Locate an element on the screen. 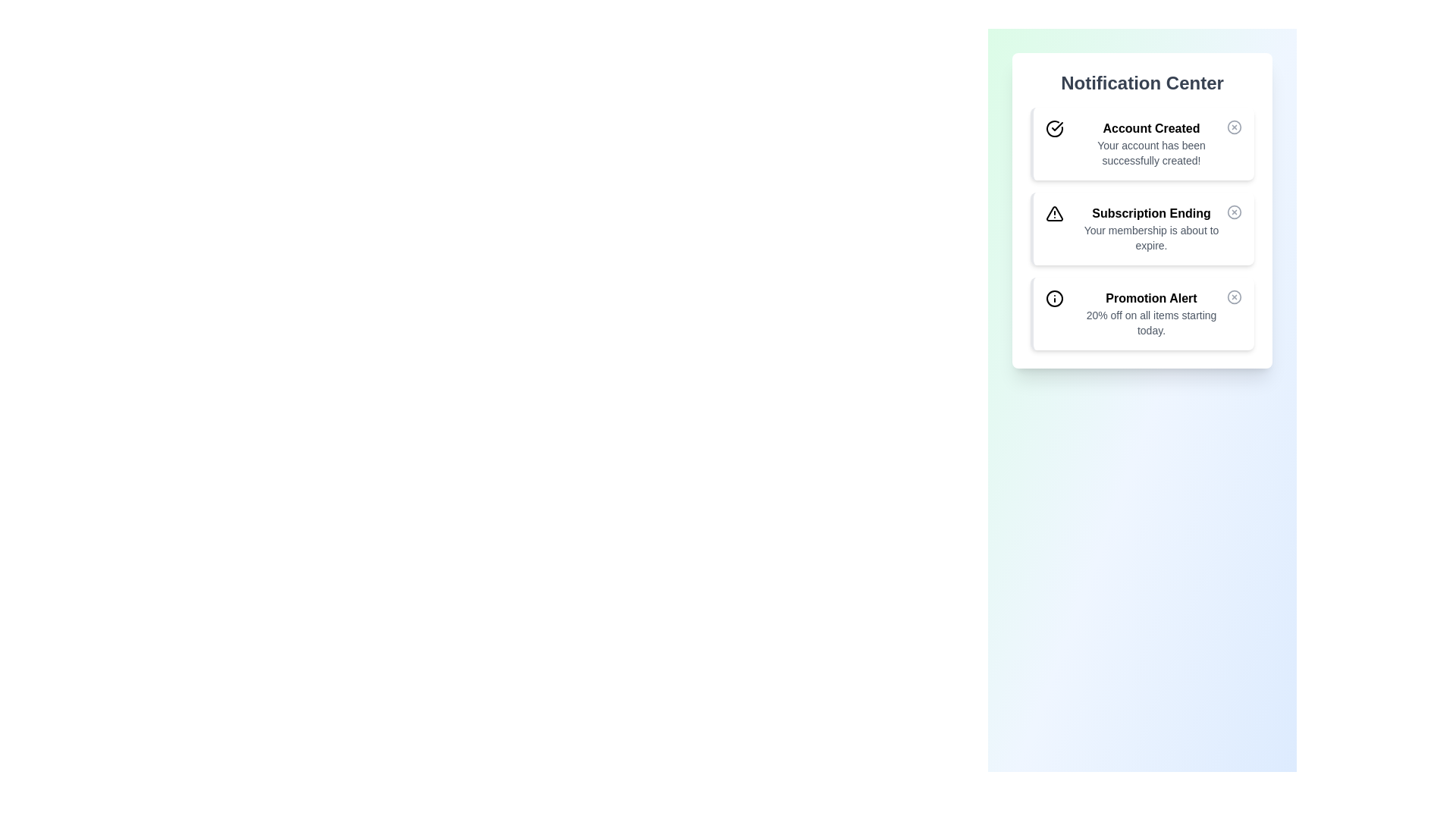  the static text message indicating successful account creation located below the 'Account Created' title in the Notification Center is located at coordinates (1151, 152).